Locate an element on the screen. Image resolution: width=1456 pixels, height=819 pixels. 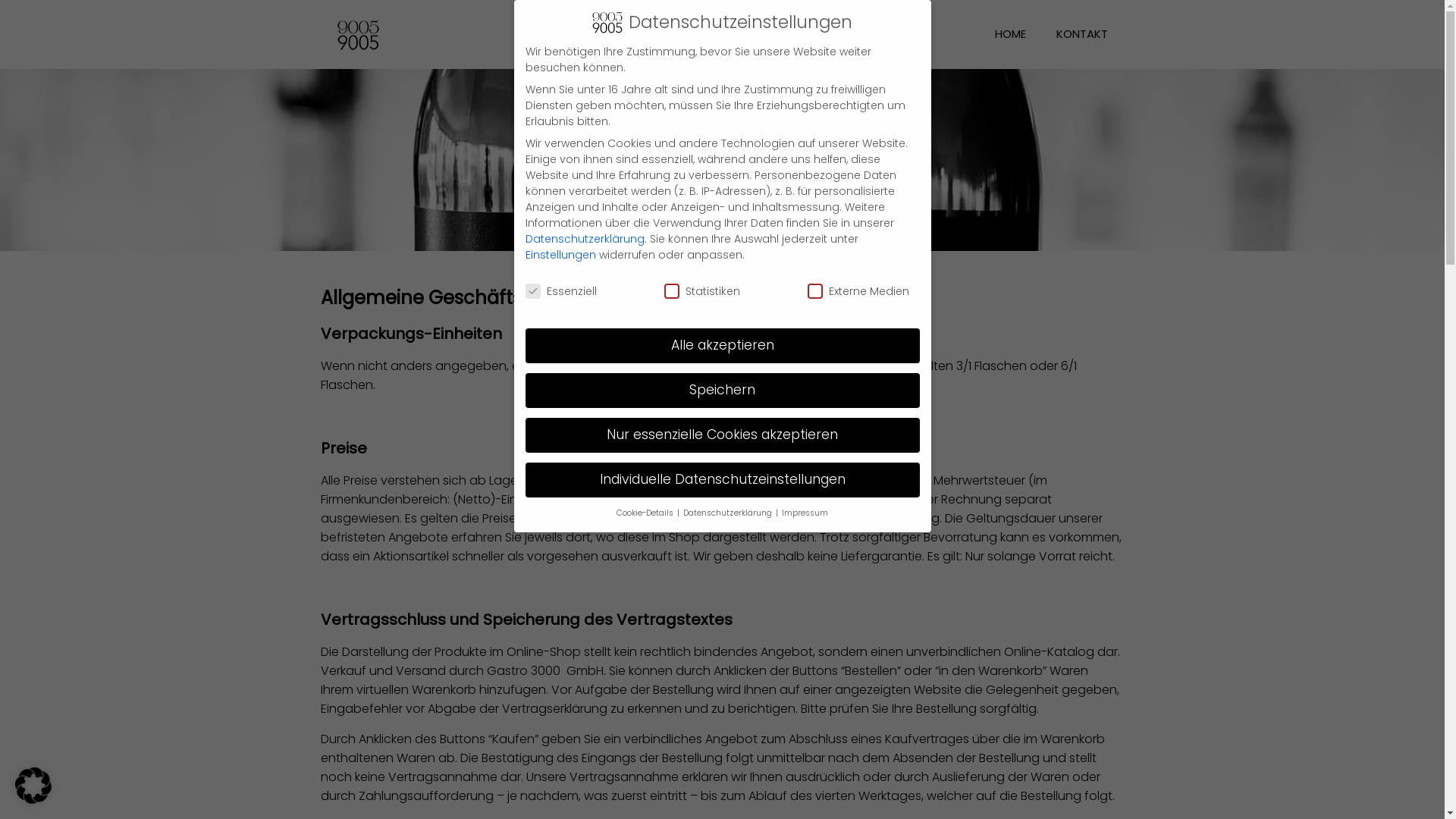
'9005.bar' is located at coordinates (336, 34).